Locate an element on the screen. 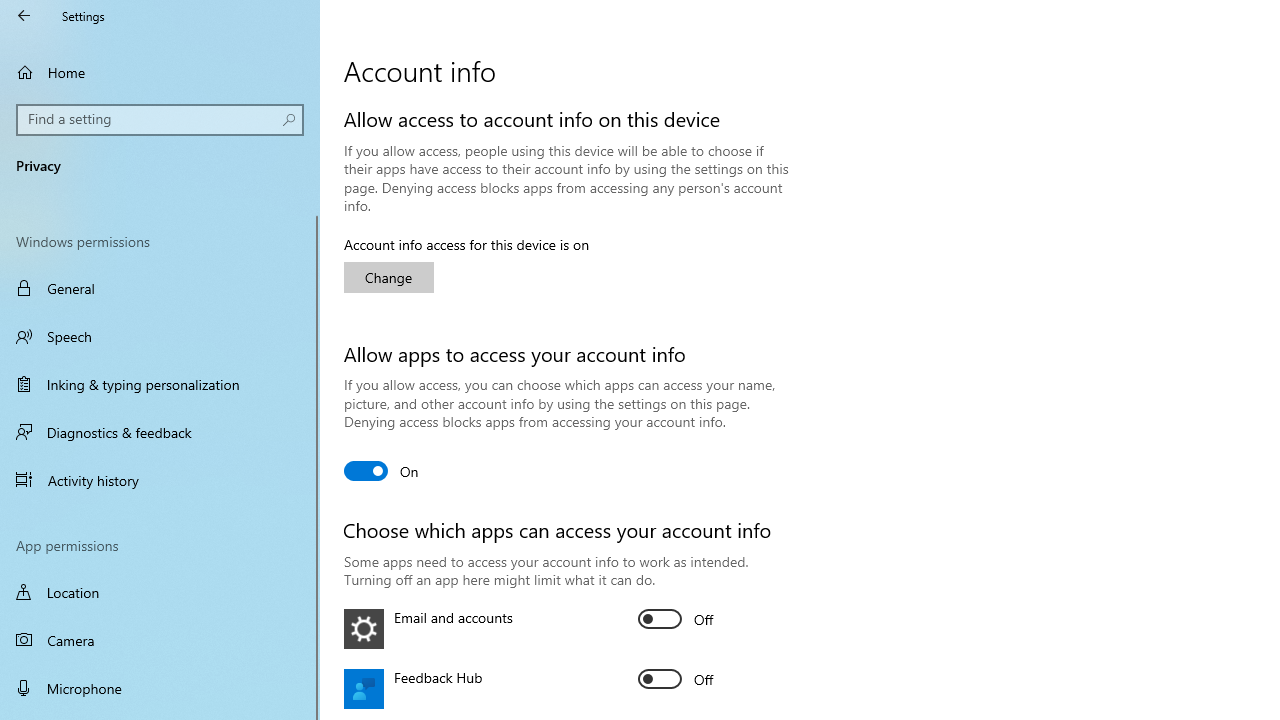  'Inking & typing personalization' is located at coordinates (160, 384).